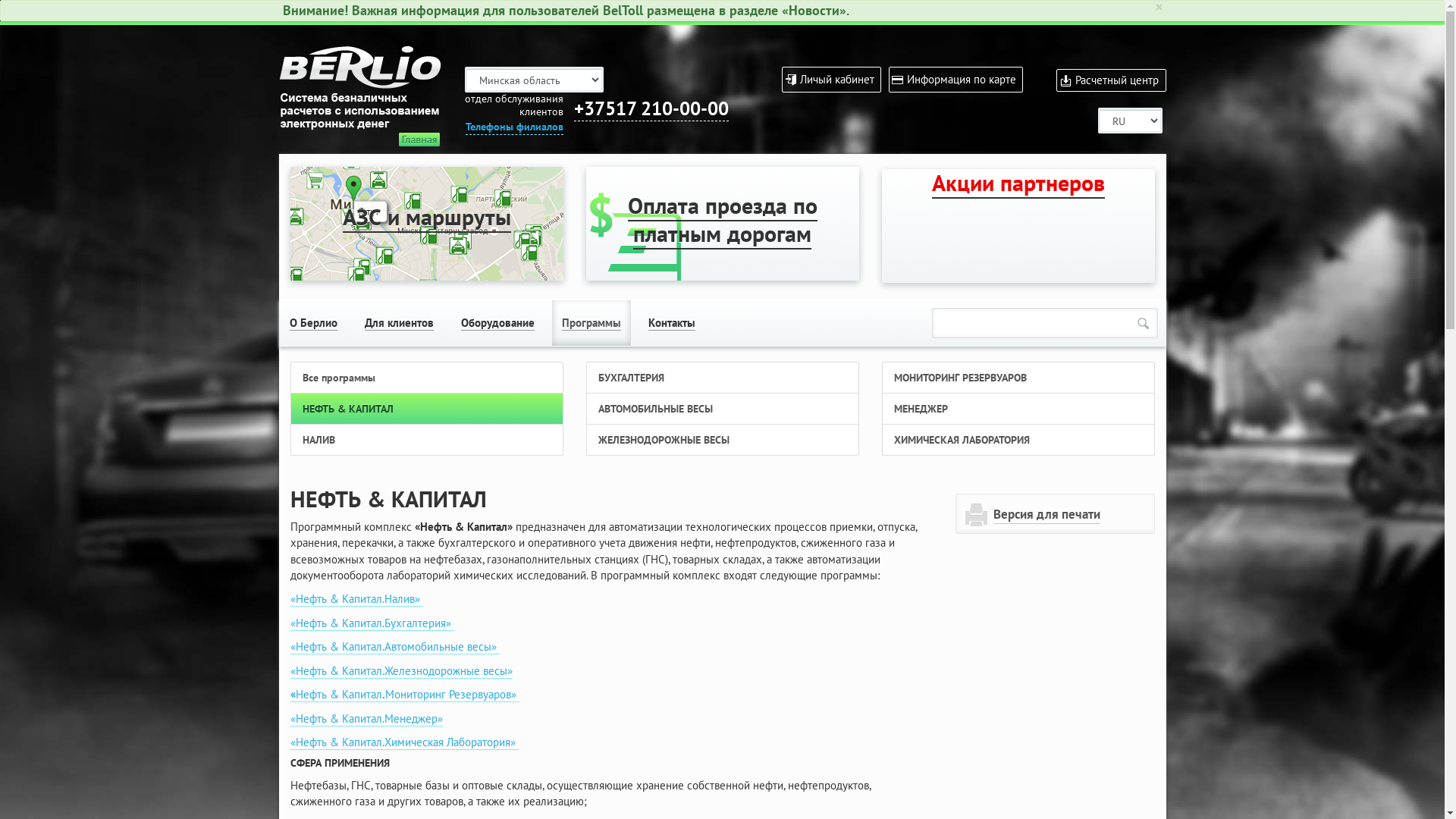 The height and width of the screenshot is (819, 1456). I want to click on '+37517 210-00-00', so click(651, 108).